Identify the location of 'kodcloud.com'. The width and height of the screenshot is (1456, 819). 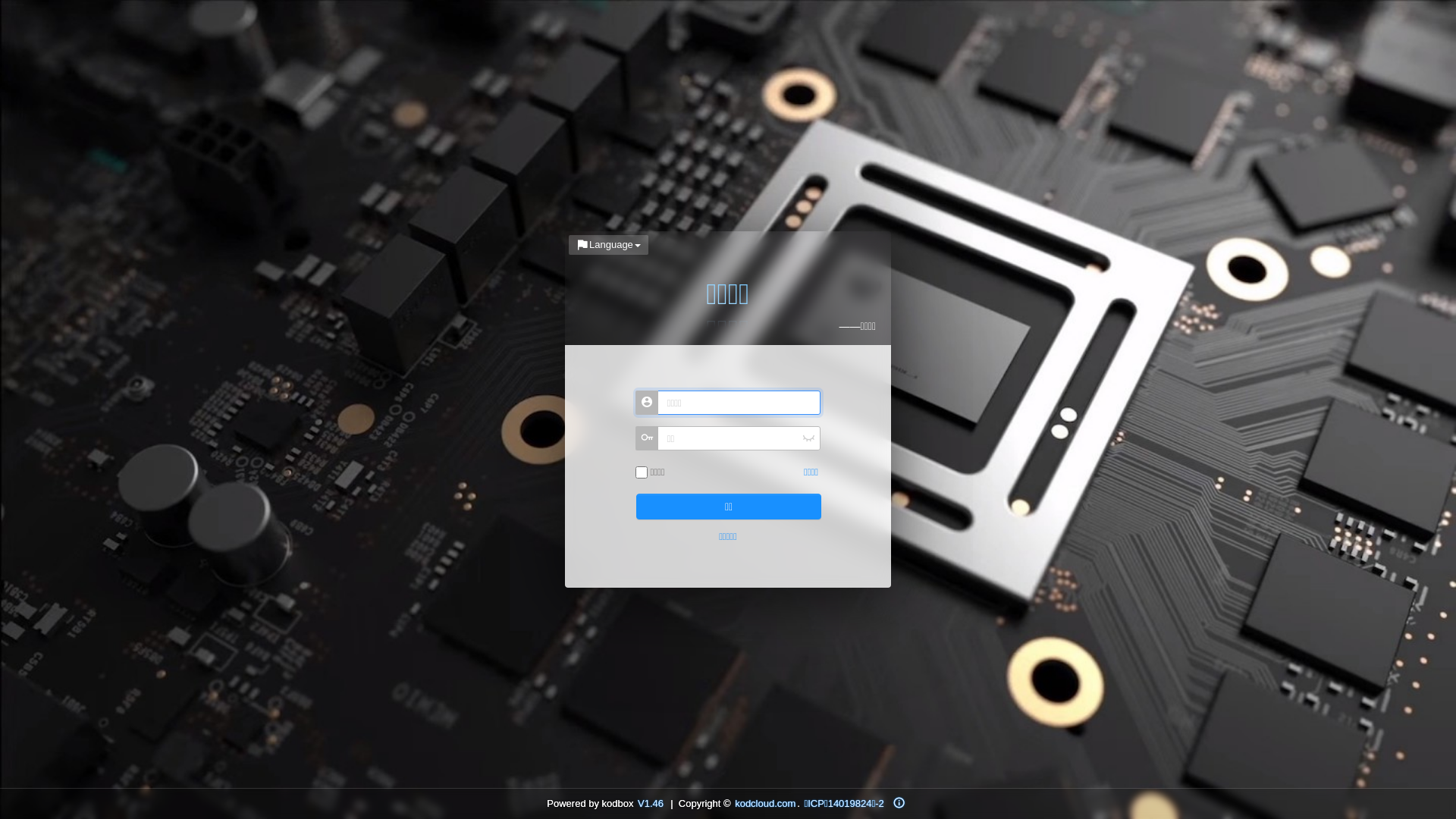
(733, 802).